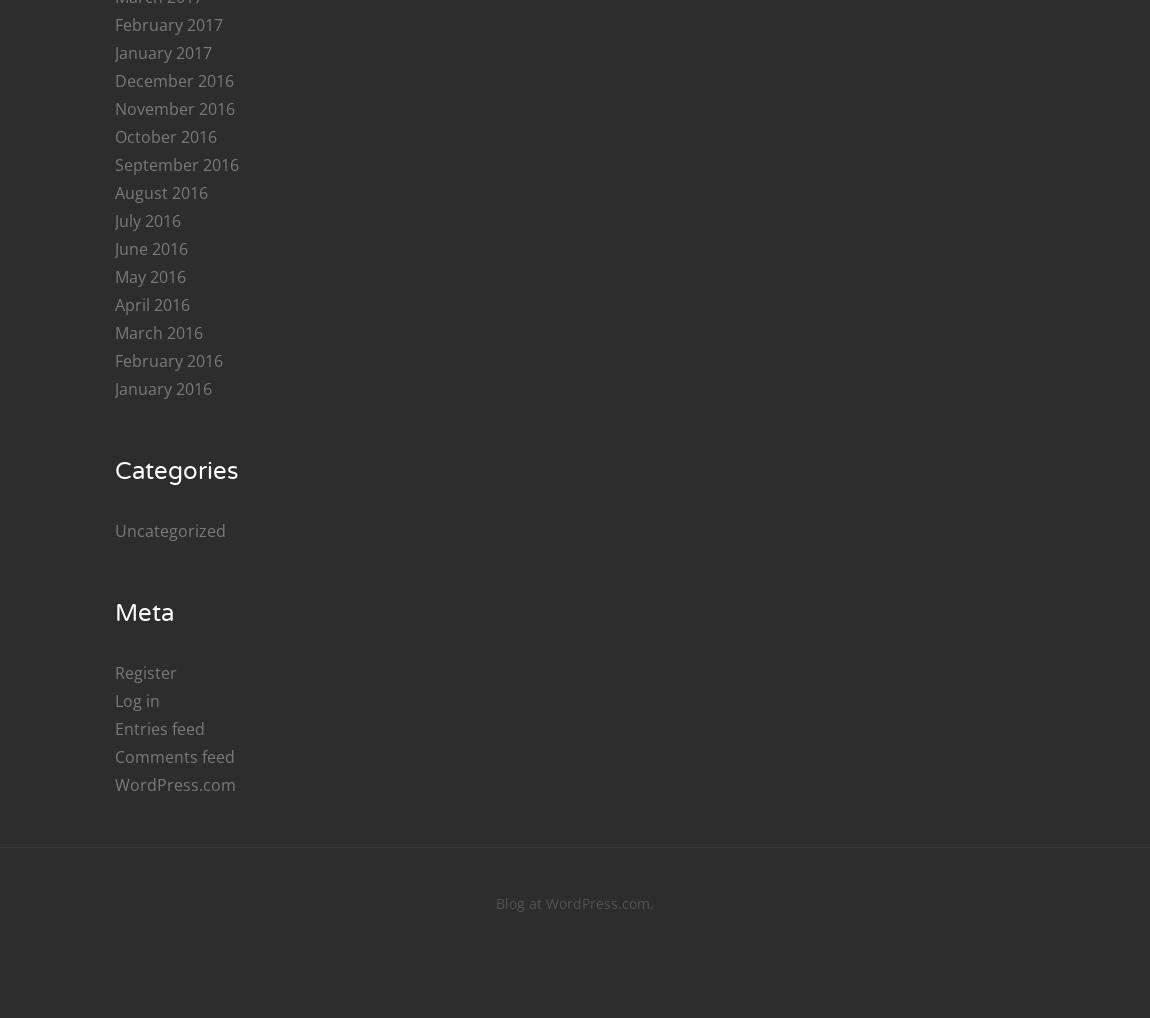 This screenshot has height=1018, width=1150. Describe the element at coordinates (174, 732) in the screenshot. I see `'November 2017'` at that location.